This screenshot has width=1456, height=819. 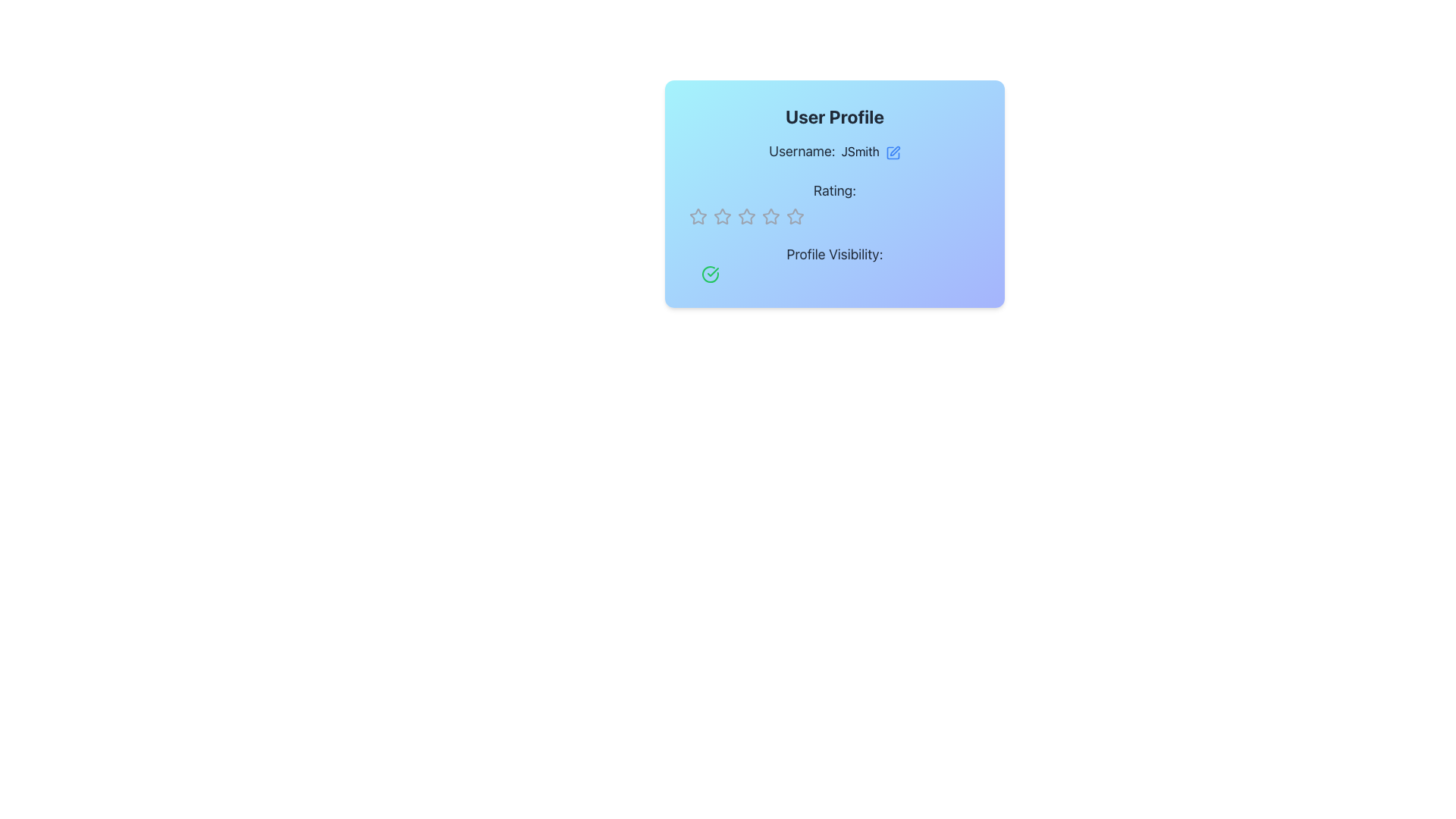 I want to click on the sixth star, so click(x=771, y=216).